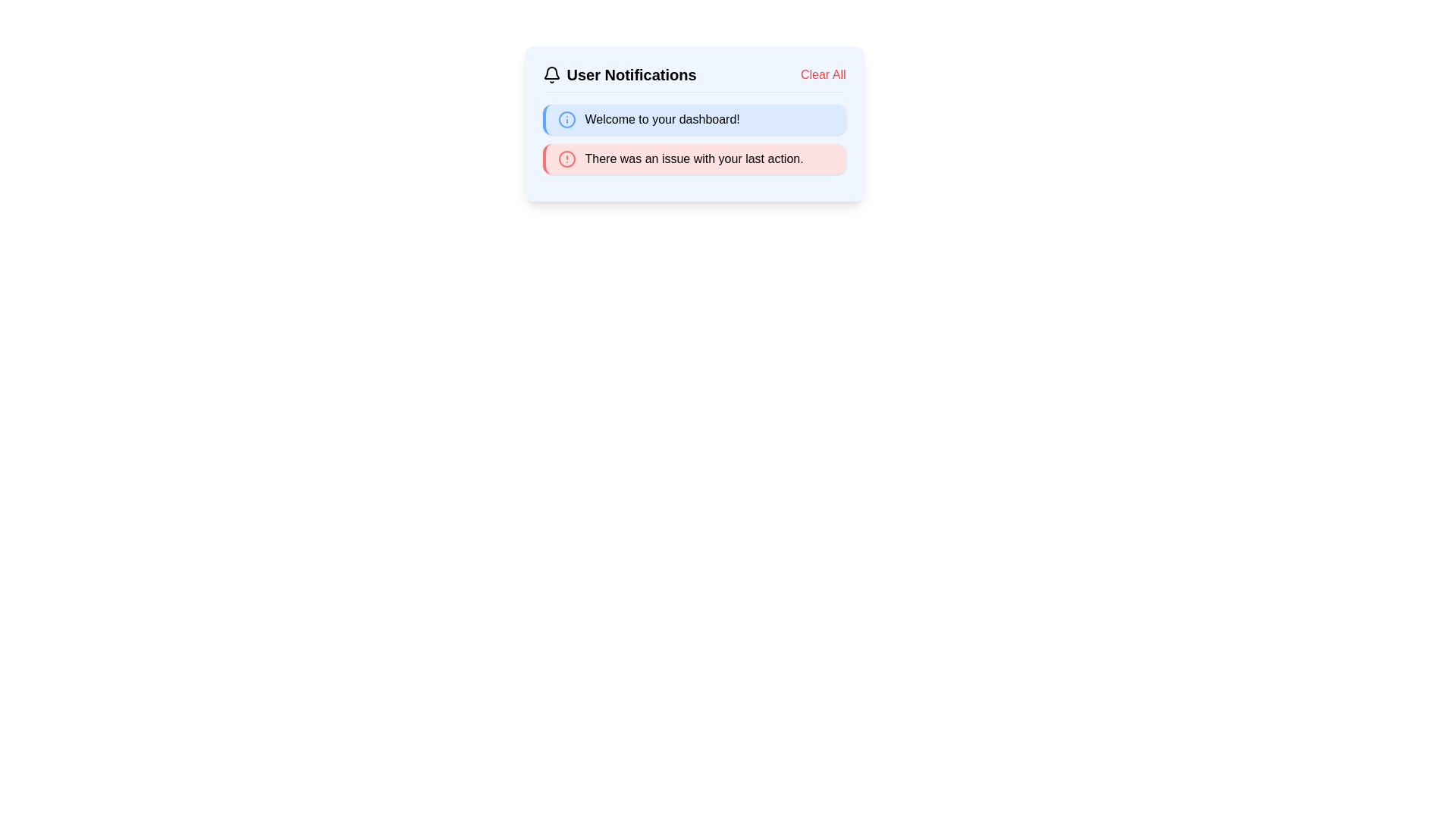 Image resolution: width=1456 pixels, height=819 pixels. I want to click on the circular SVG icon element indicating an error notification, located in the 'User Notifications' modal next to the text 'There was an issue with your last action.', so click(566, 158).